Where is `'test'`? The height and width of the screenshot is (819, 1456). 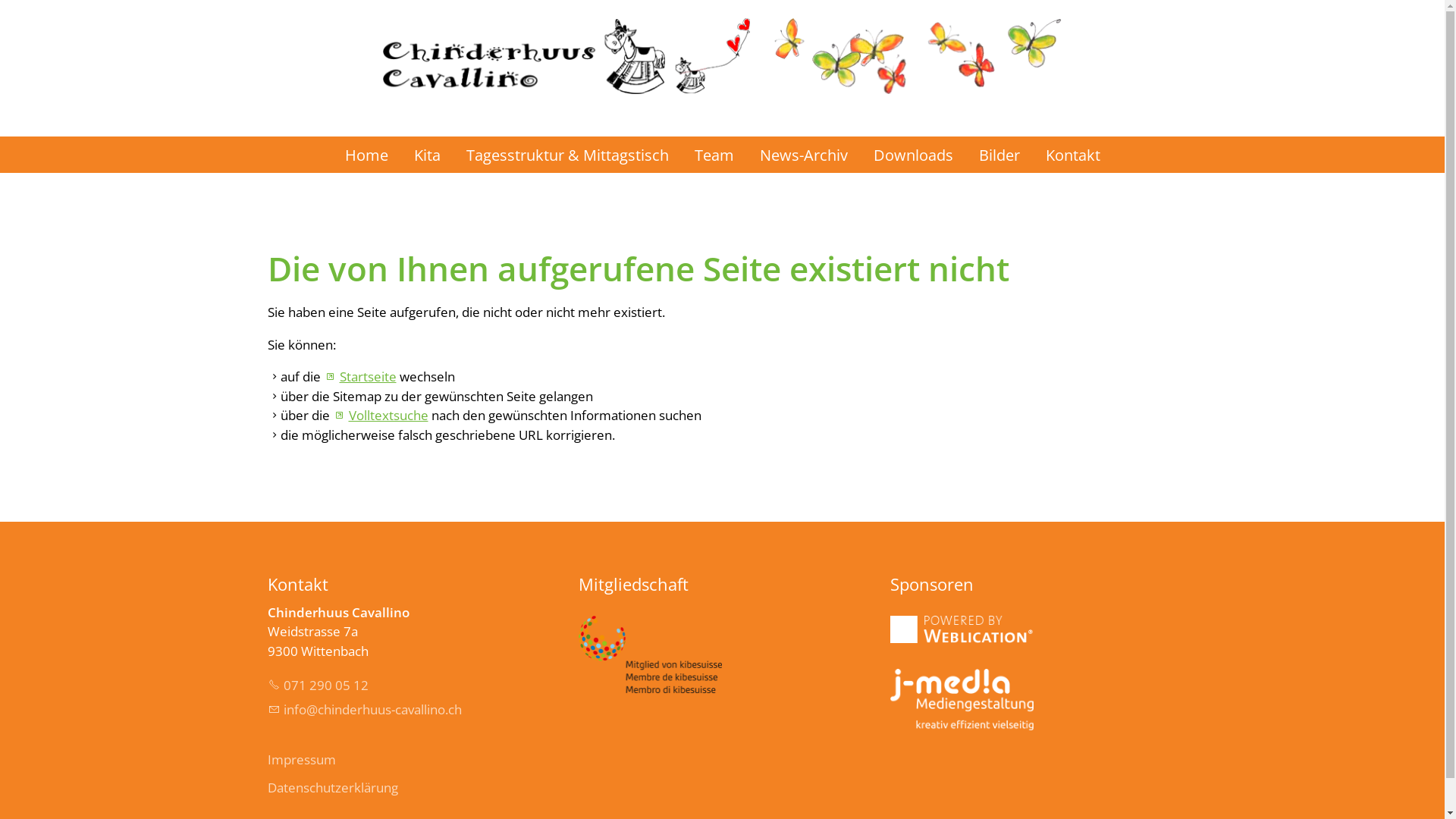 'test' is located at coordinates (890, 699).